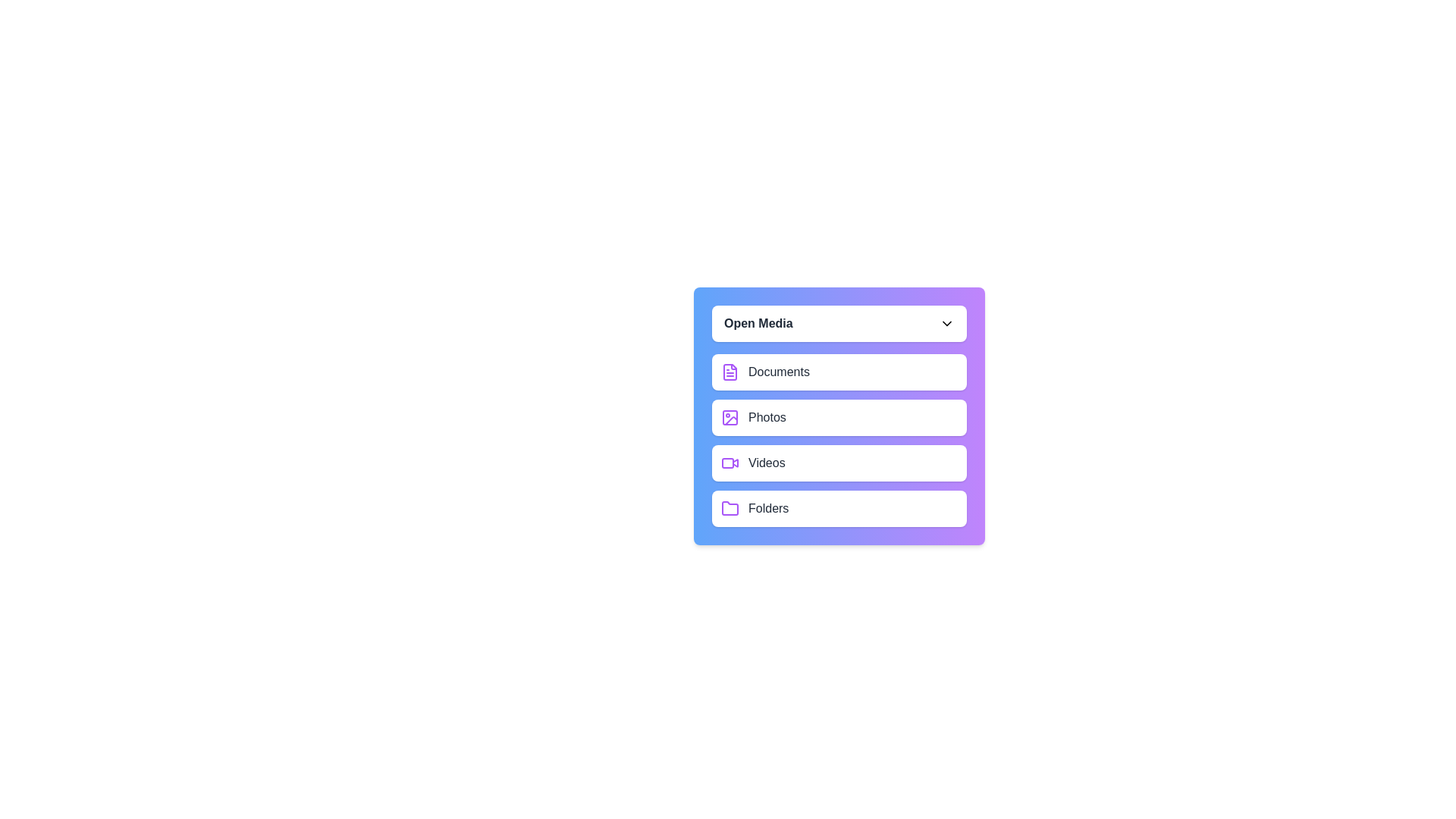 The height and width of the screenshot is (819, 1456). What do you see at coordinates (728, 462) in the screenshot?
I see `the background rectangle of the 'Videos' button in the 'Open Media' menu` at bounding box center [728, 462].